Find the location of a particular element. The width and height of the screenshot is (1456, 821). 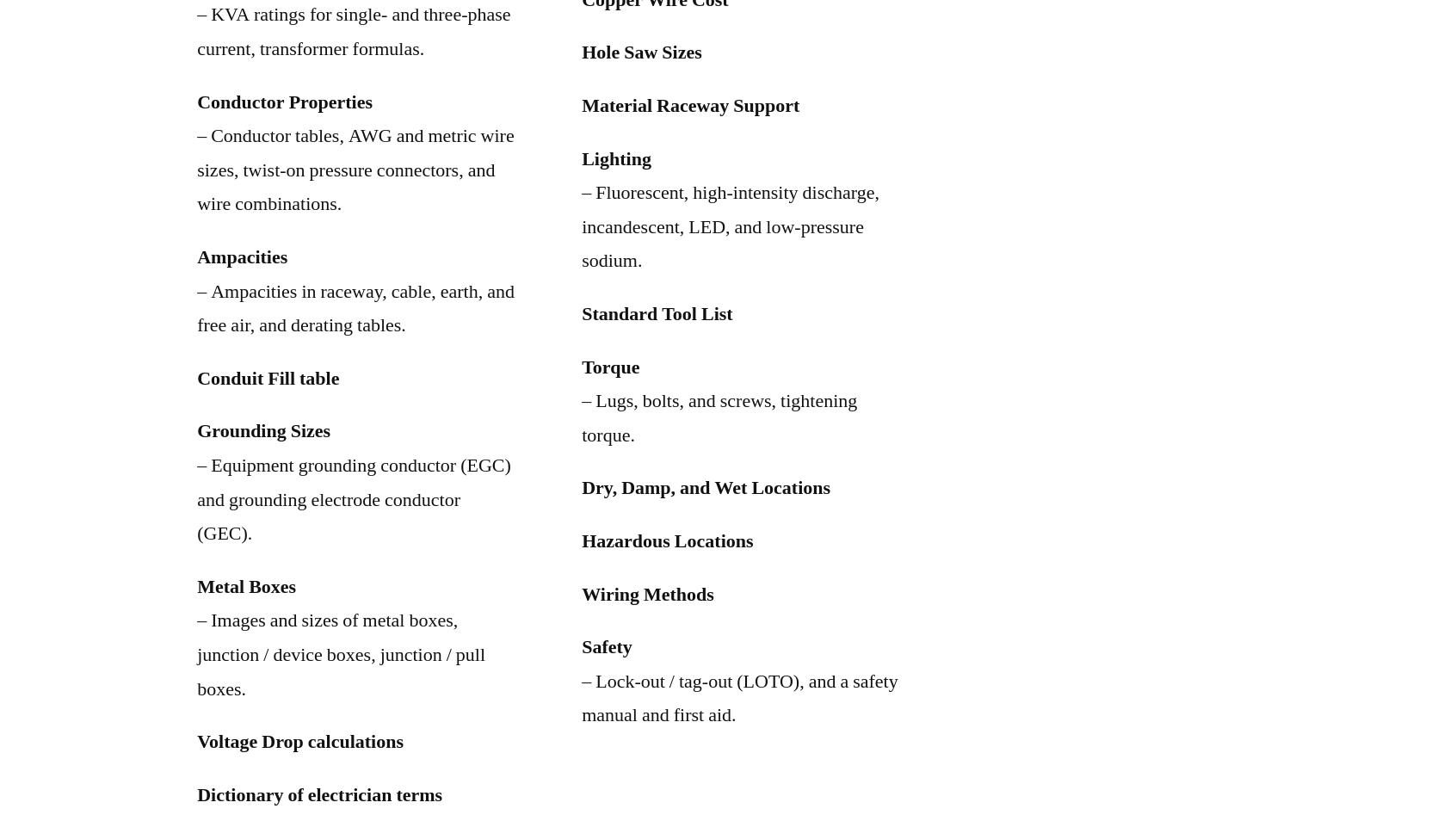

'Material Raceway Support' is located at coordinates (690, 104).